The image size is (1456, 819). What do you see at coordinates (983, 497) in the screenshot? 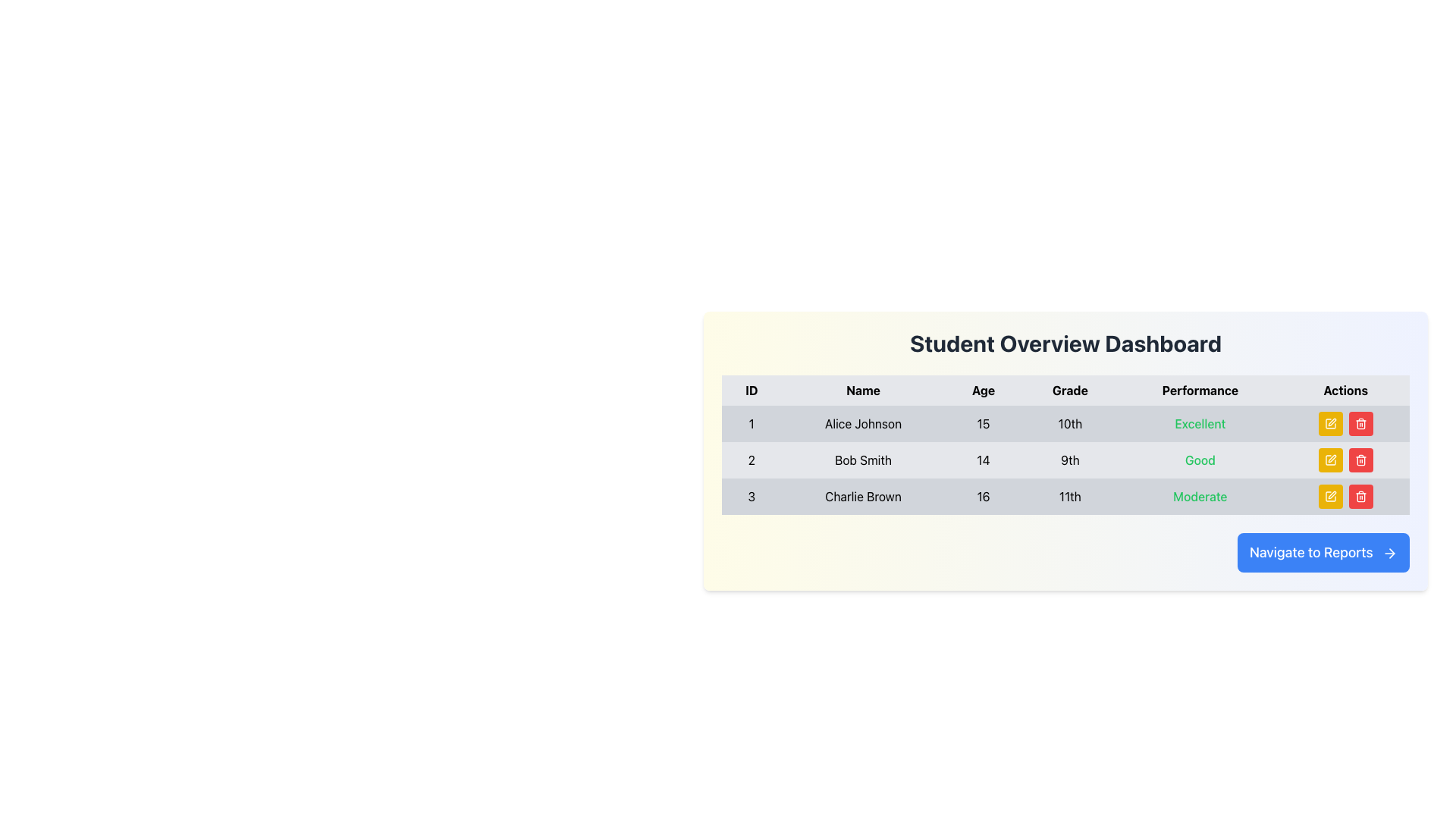
I see `the text display showing the number '16' in the 'Age' column for 'Charlie Brown' in the user data table` at bounding box center [983, 497].